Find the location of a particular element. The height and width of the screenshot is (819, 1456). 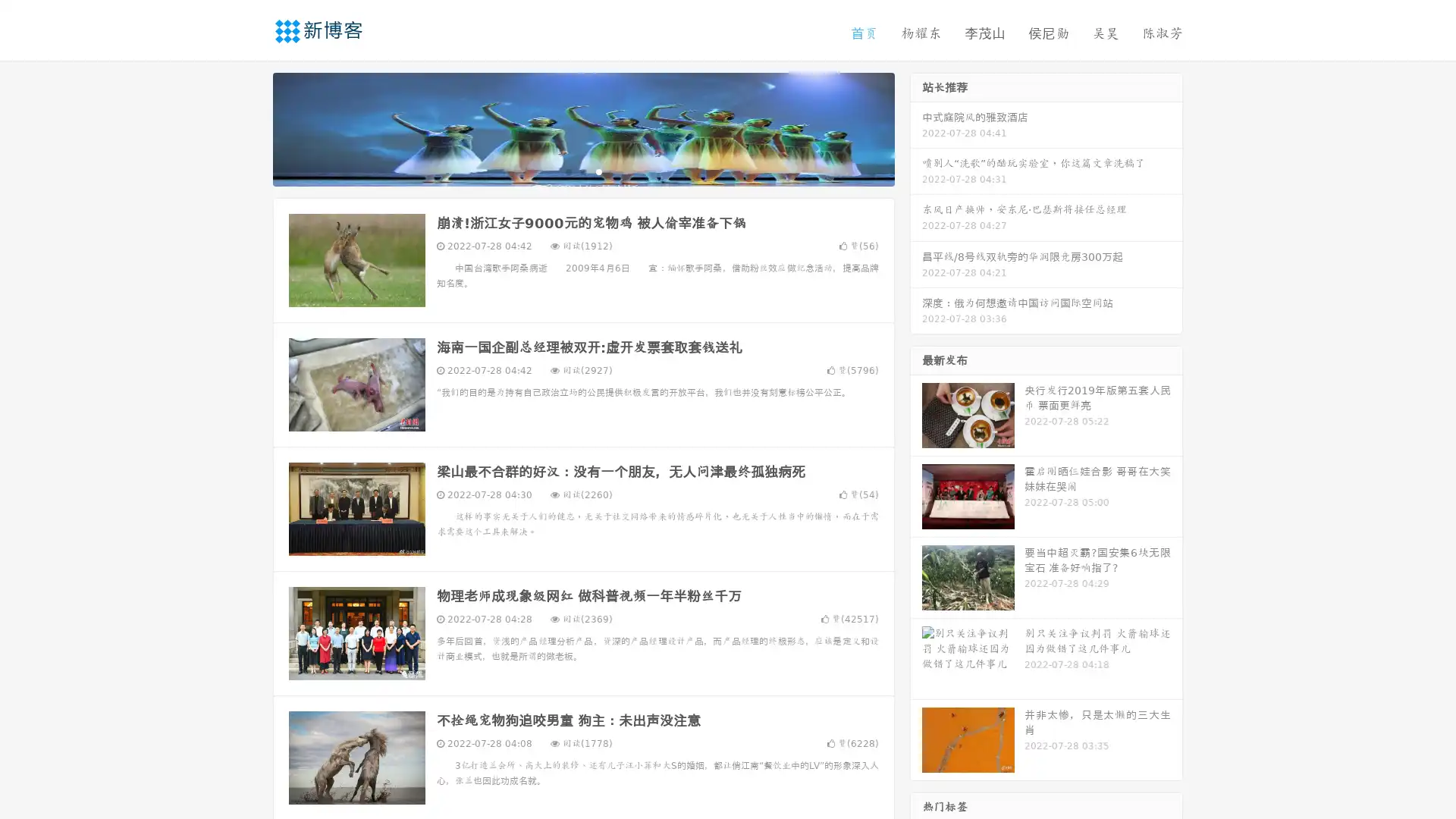

Go to slide 3 is located at coordinates (598, 171).